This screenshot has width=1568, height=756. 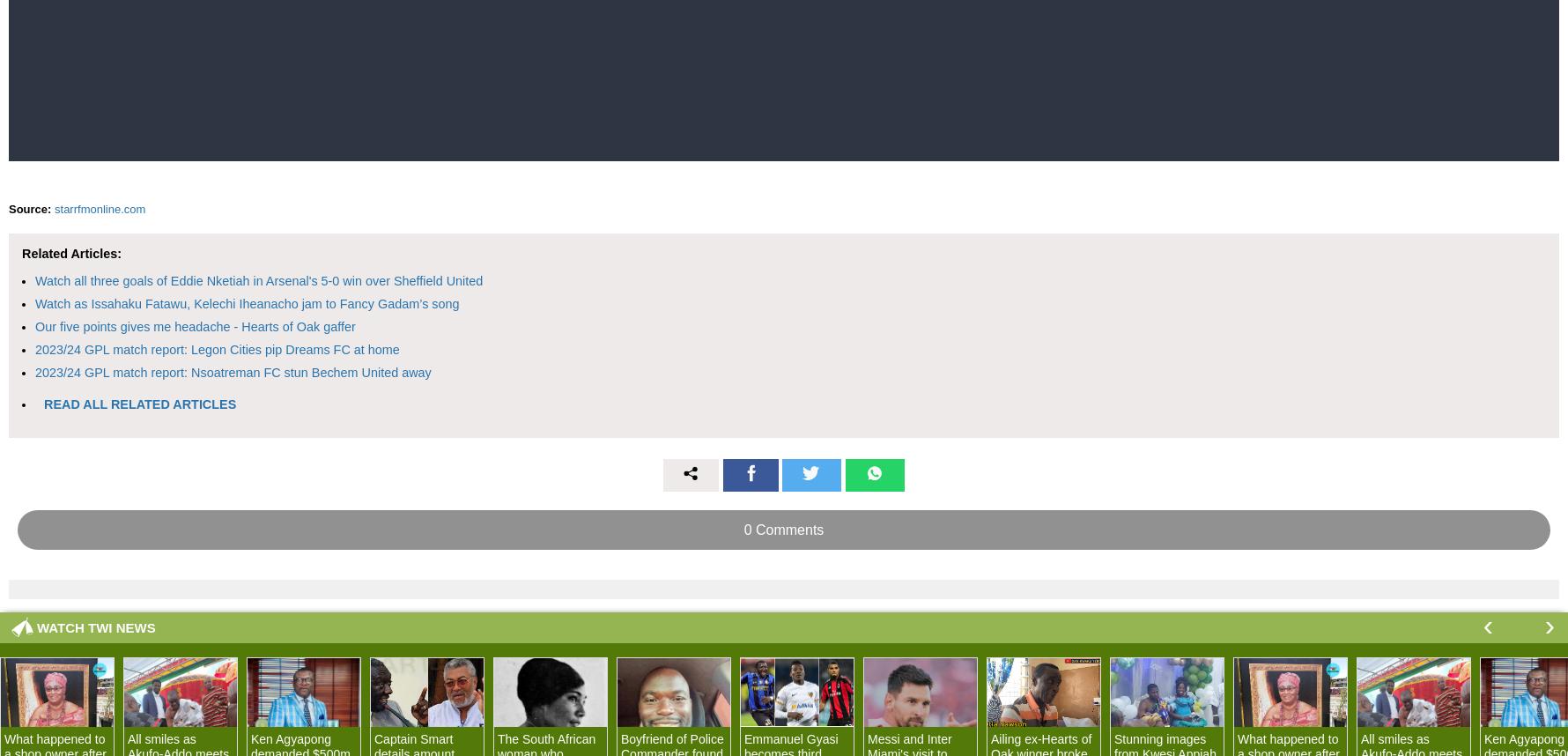 What do you see at coordinates (94, 626) in the screenshot?
I see `'WATCH TWI NEWS'` at bounding box center [94, 626].